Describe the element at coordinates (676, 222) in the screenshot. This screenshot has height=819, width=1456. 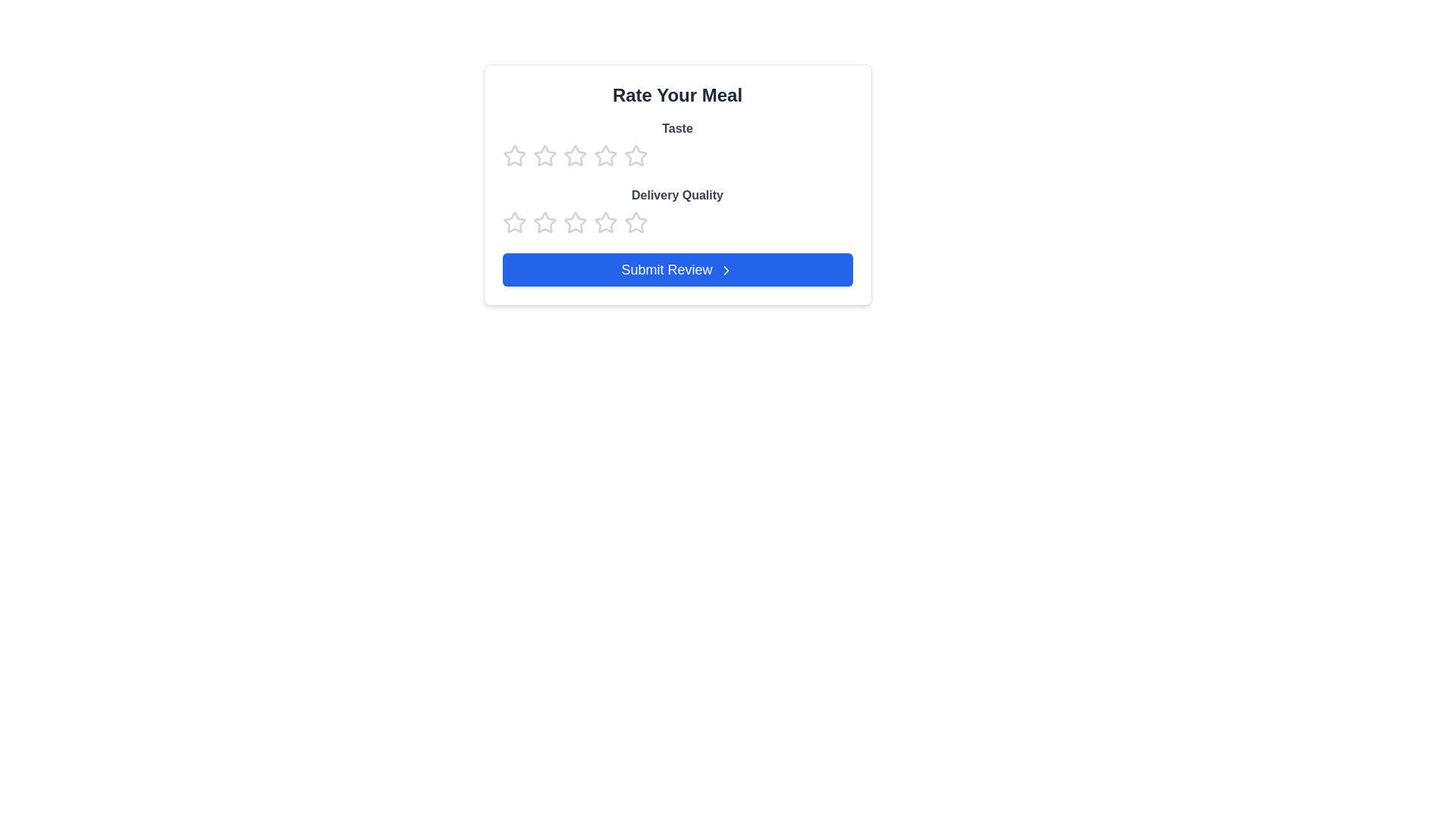
I see `the 'Delivery Quality' rating component, which consists of five star icons positioned sequentially from left to right` at that location.